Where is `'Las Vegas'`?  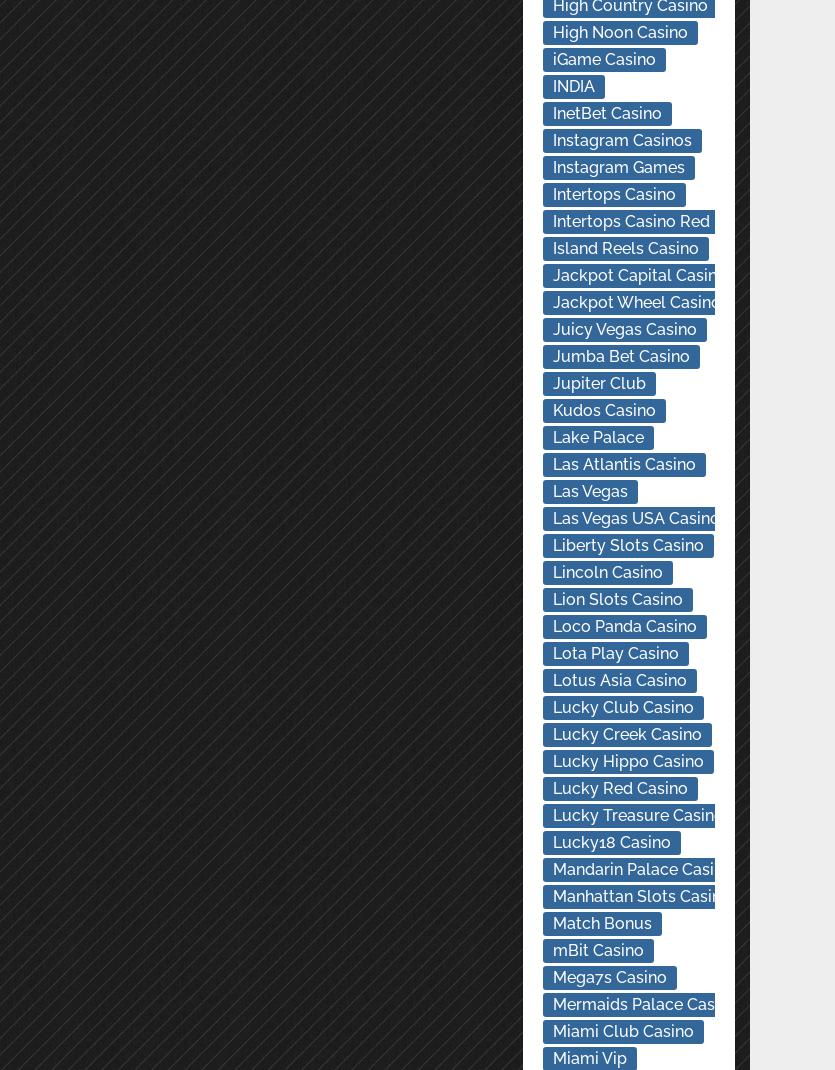
'Las Vegas' is located at coordinates (588, 491).